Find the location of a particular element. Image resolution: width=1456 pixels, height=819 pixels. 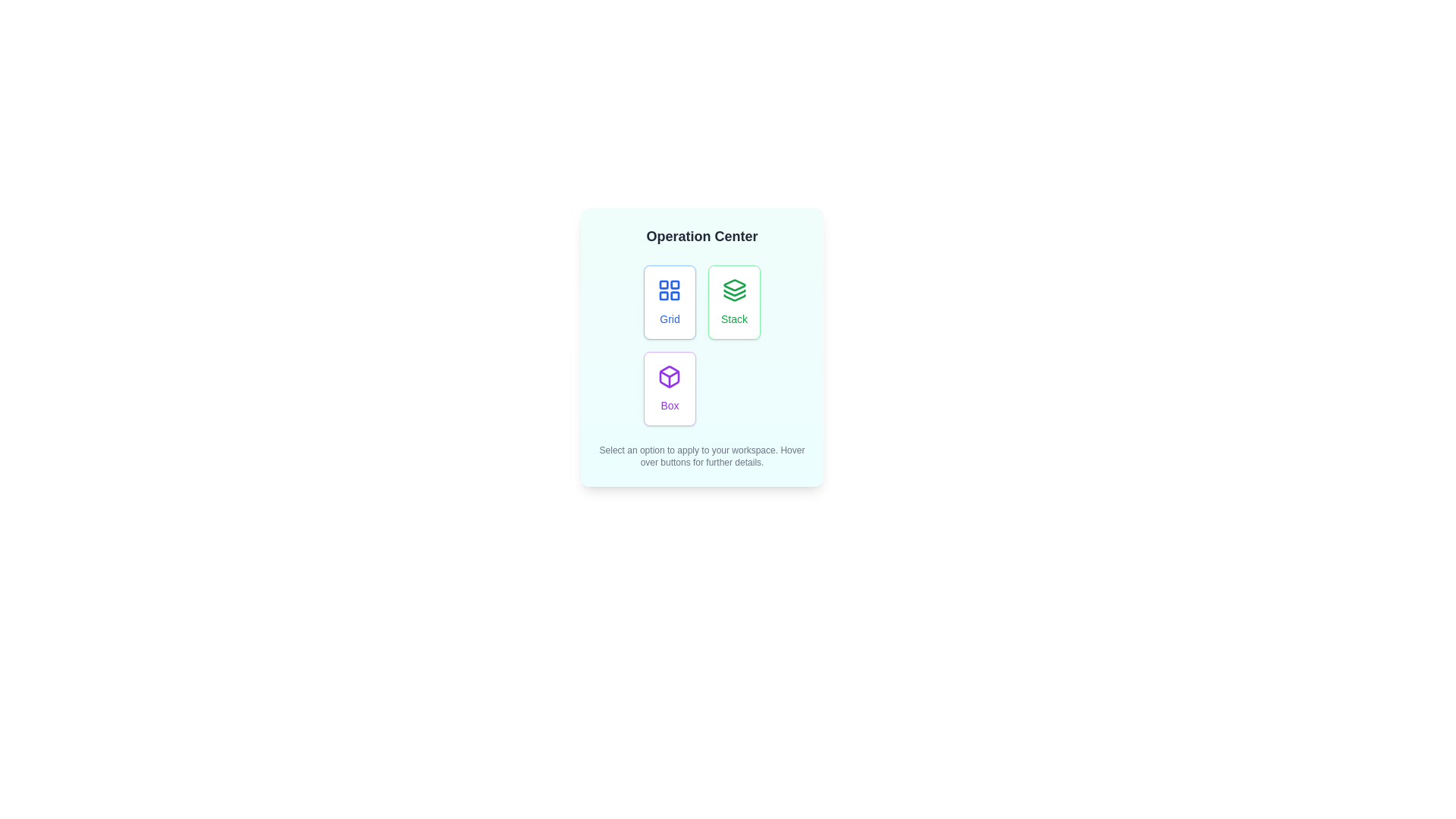

the 'Grid' icon in the top-left corner of the 'Operation Center' section, which represents a grid layout function is located at coordinates (669, 290).